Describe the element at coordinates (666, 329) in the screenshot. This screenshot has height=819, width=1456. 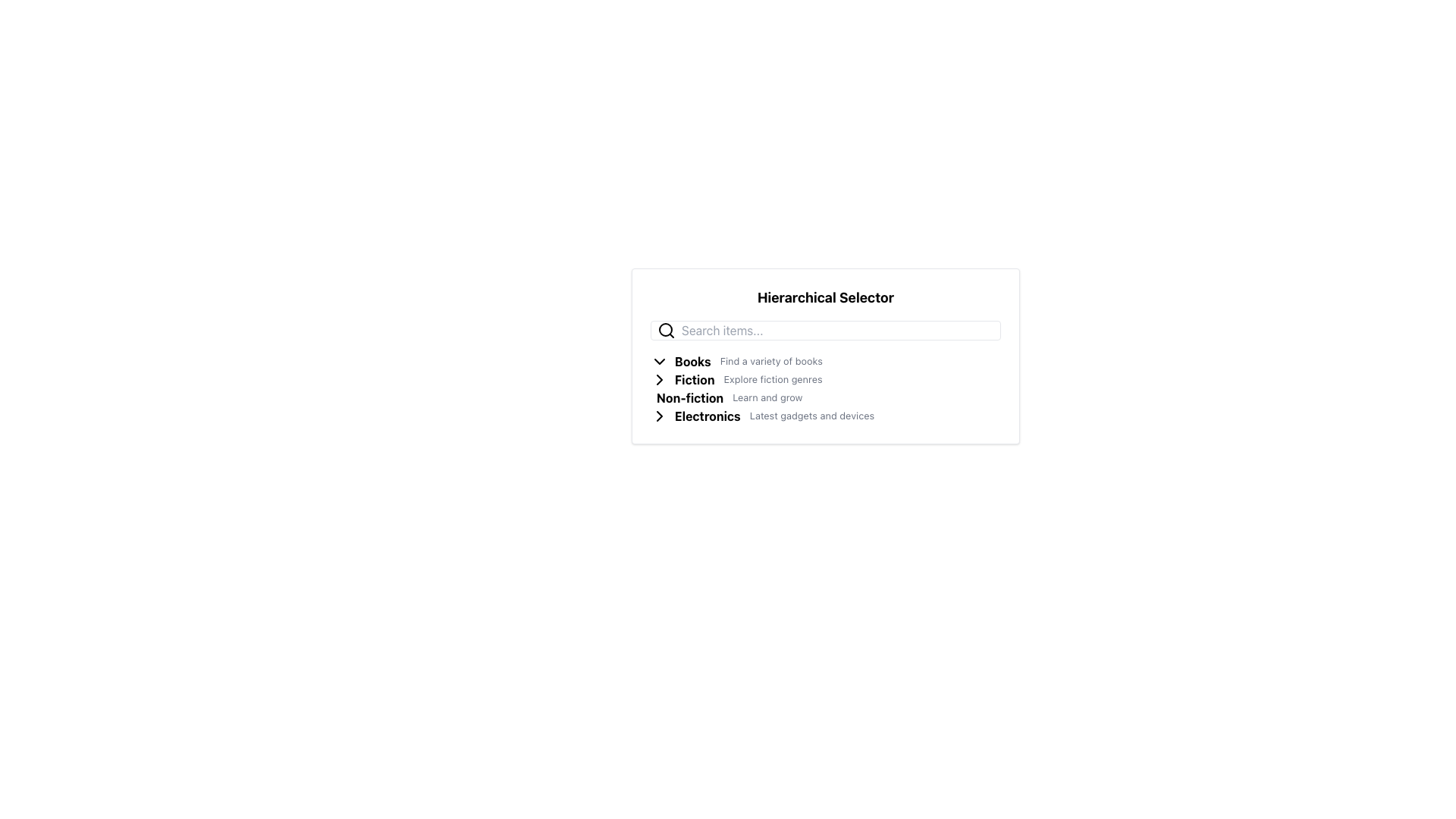
I see `the black magnifying glass icon, which is outlined with a circular lens and positioned adjacent to the search box, preceding the text input placeholder 'Search items...'` at that location.